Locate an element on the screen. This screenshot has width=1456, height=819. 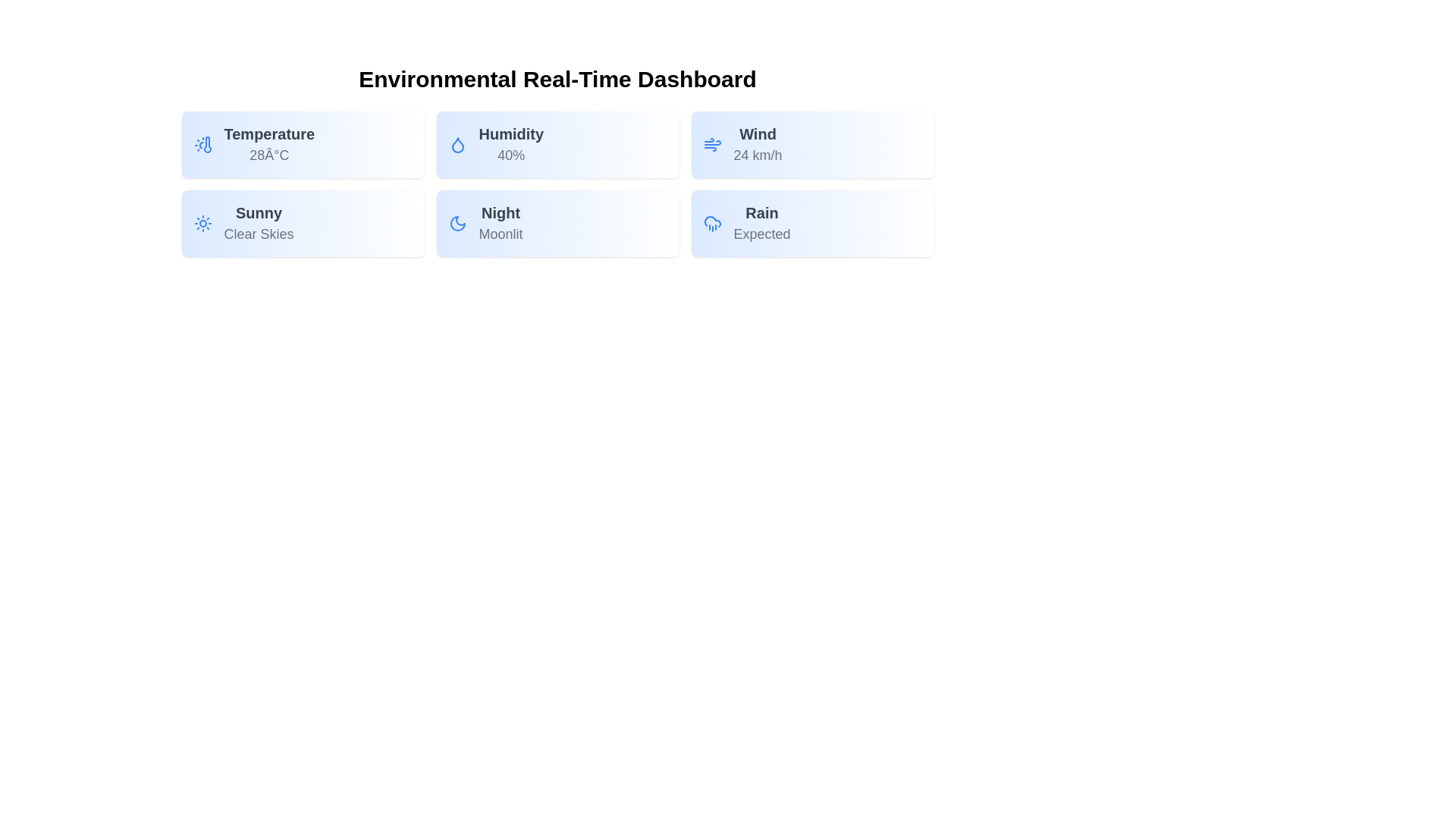
the static text display that reads 'Sunny' in bold, larger font and 'Clear Skies' in smaller font is located at coordinates (259, 223).